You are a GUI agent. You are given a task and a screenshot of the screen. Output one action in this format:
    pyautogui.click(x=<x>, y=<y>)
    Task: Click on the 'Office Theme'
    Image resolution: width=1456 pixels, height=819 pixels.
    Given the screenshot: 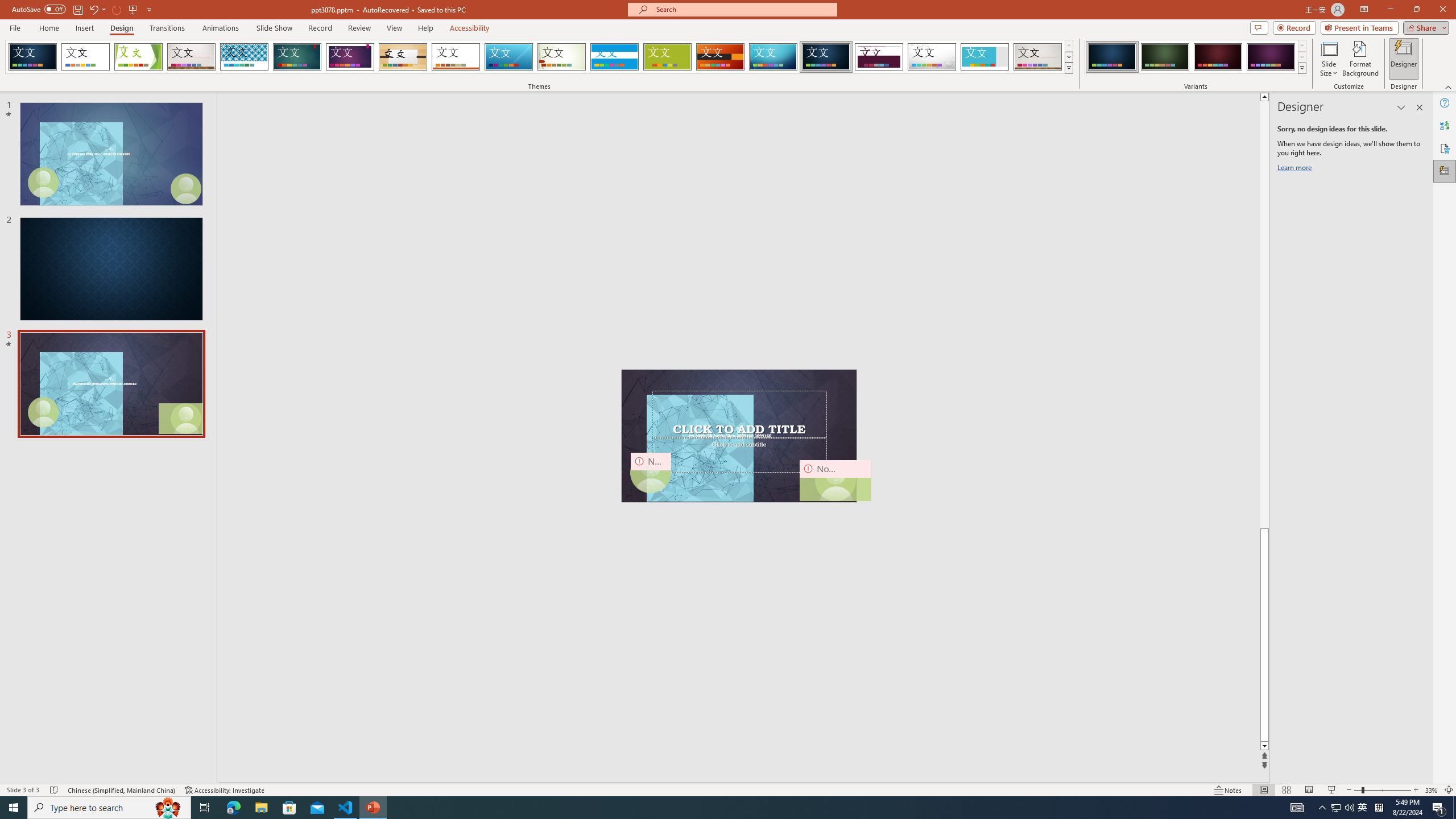 What is the action you would take?
    pyautogui.click(x=85, y=56)
    